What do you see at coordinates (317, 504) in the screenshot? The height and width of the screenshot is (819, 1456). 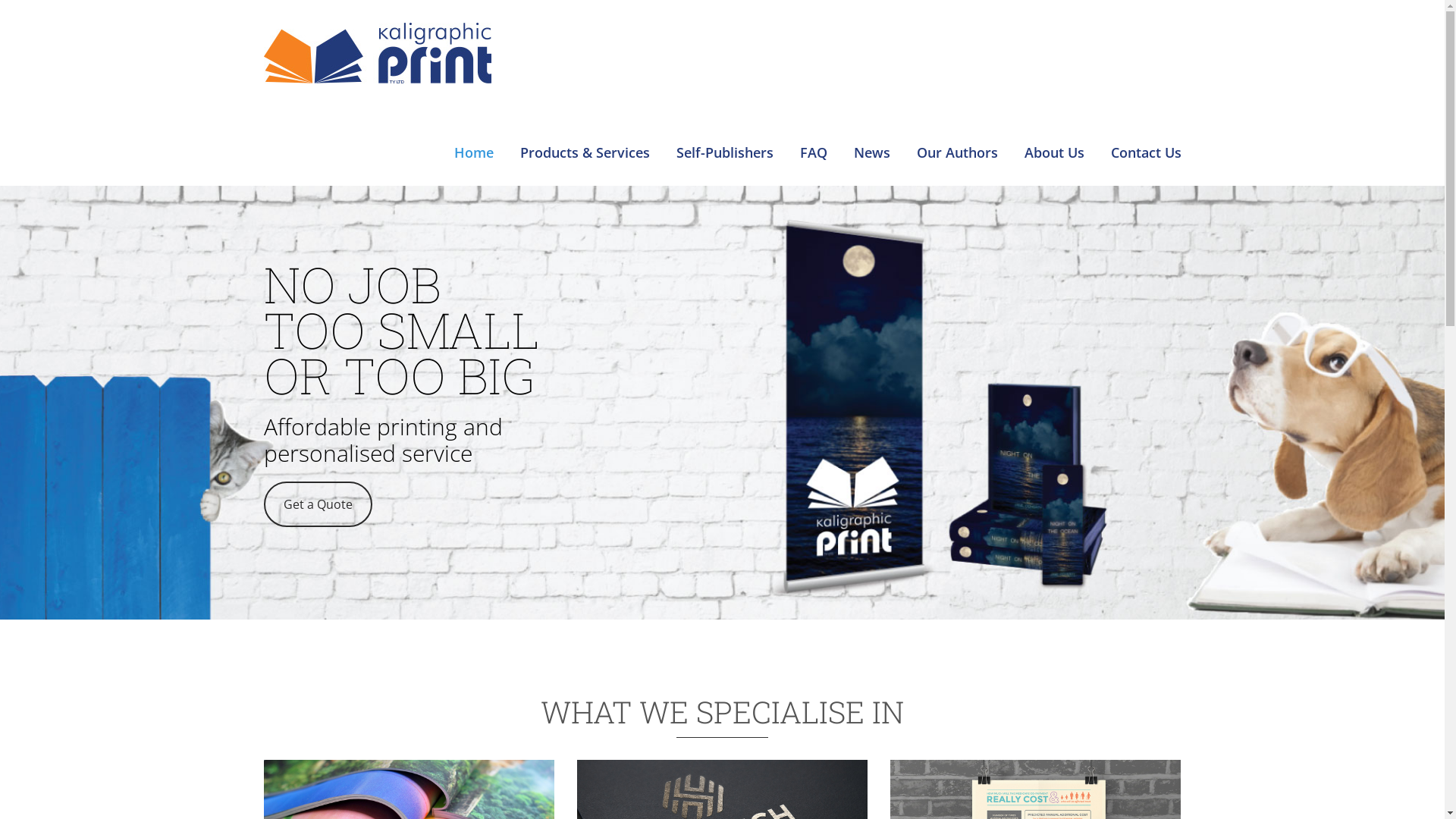 I see `'Get a Quote'` at bounding box center [317, 504].